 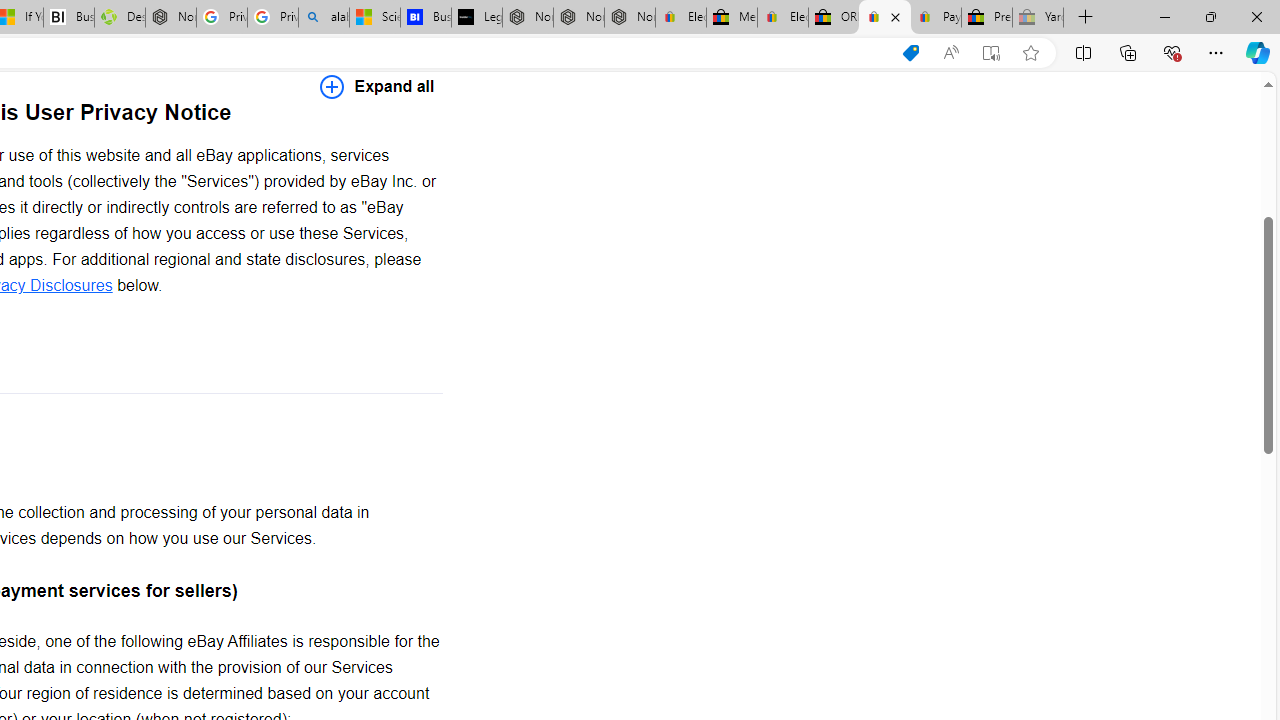 I want to click on 'Nordace - My Account', so click(x=170, y=17).